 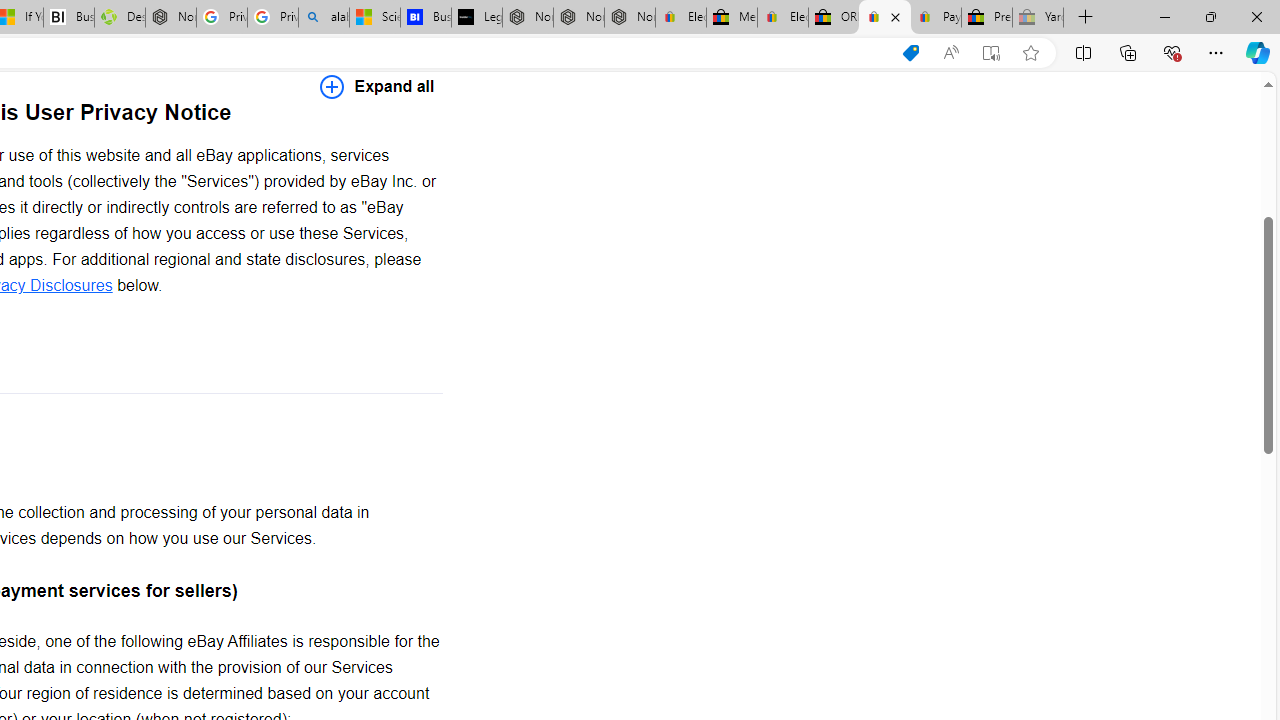 I want to click on 'Nordace - My Account', so click(x=170, y=17).